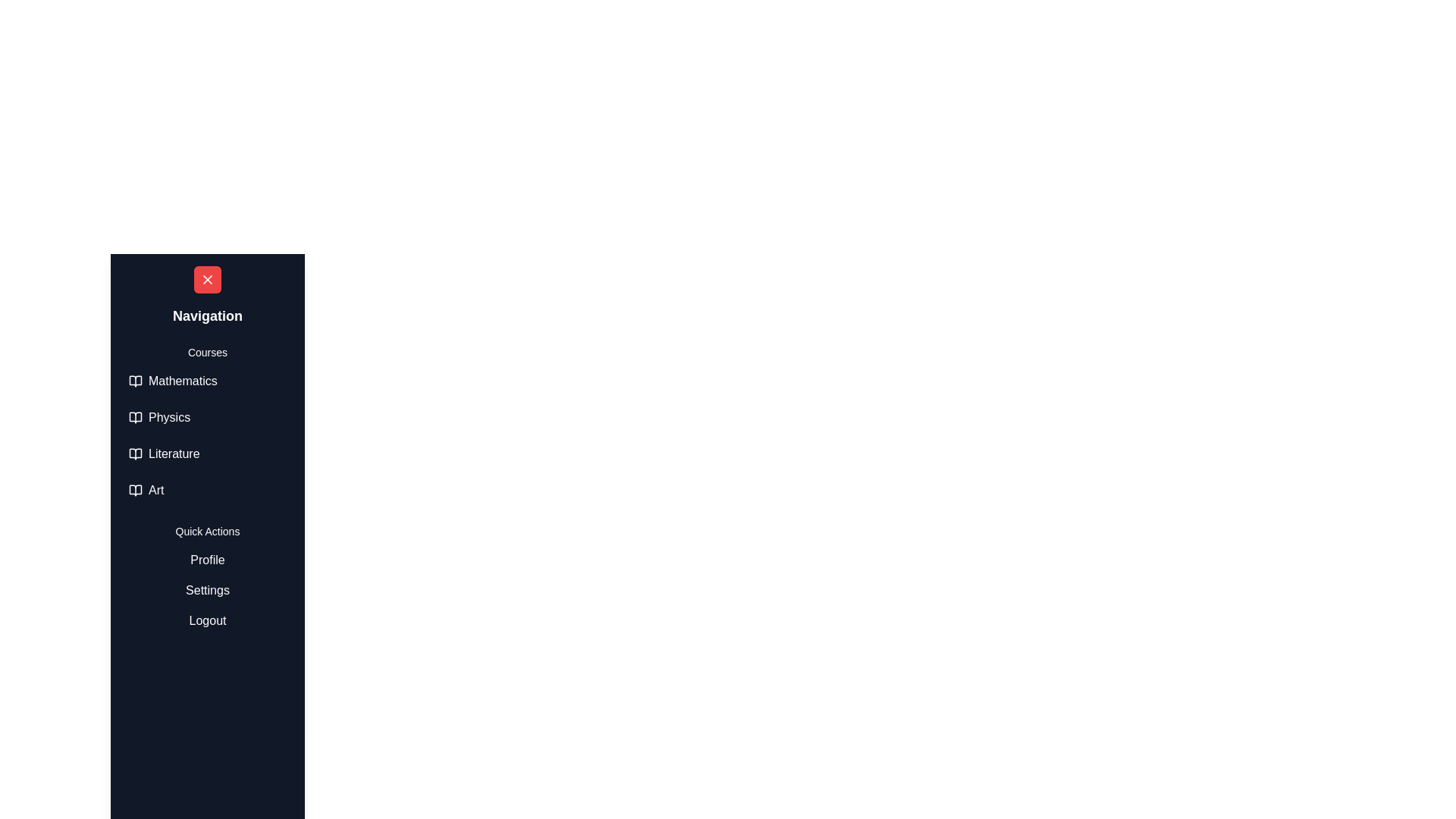  What do you see at coordinates (135, 491) in the screenshot?
I see `the small dark gray open book icon next to the 'Art' label in the vertical navigation menu` at bounding box center [135, 491].